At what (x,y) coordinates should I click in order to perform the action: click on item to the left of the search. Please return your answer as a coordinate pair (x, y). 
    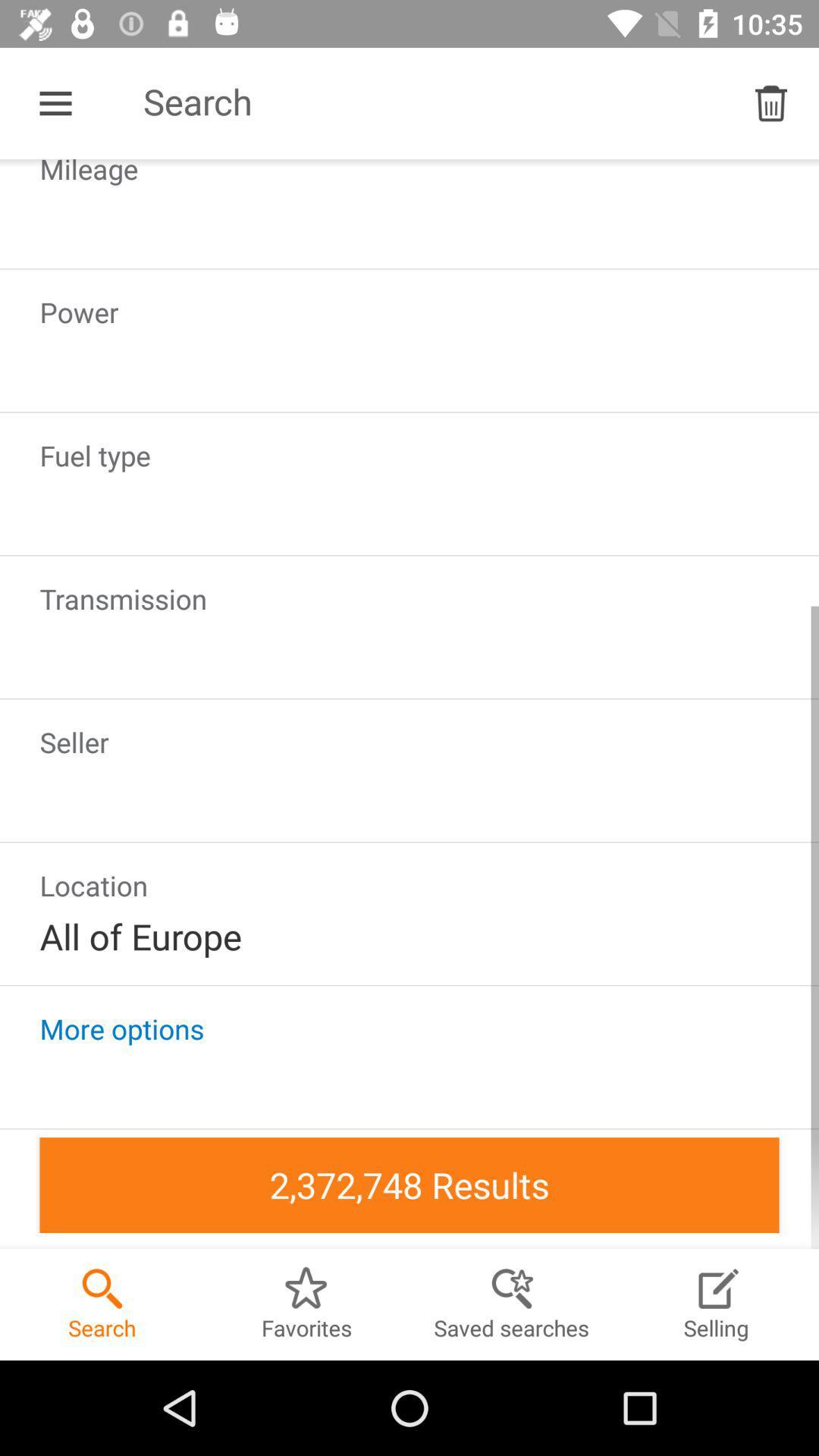
    Looking at the image, I should click on (55, 102).